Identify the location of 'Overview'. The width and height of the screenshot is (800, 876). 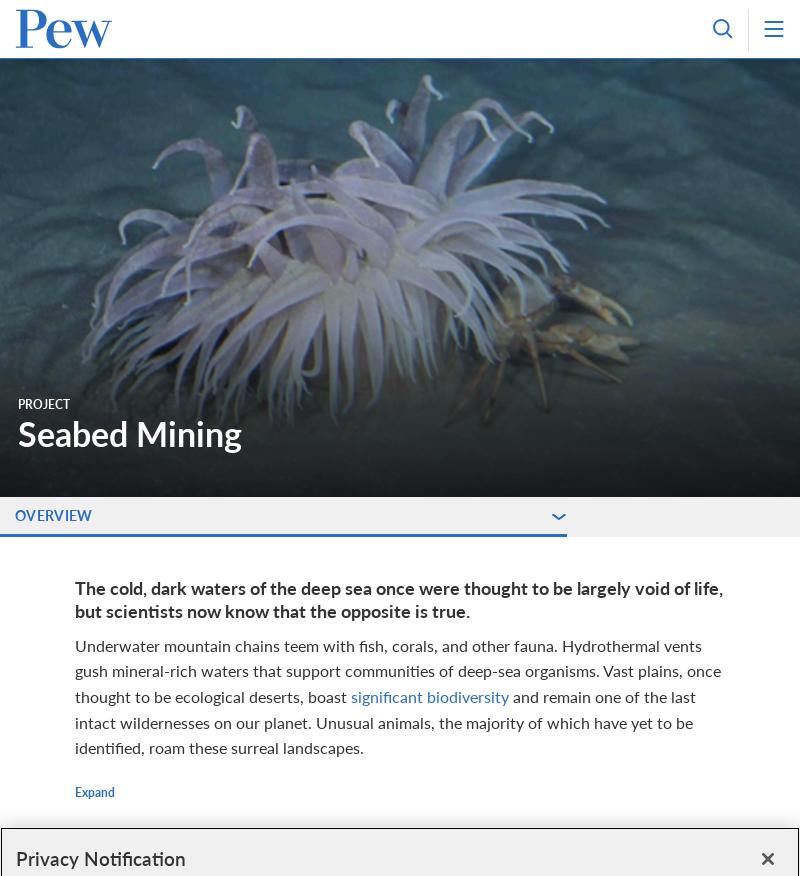
(14, 514).